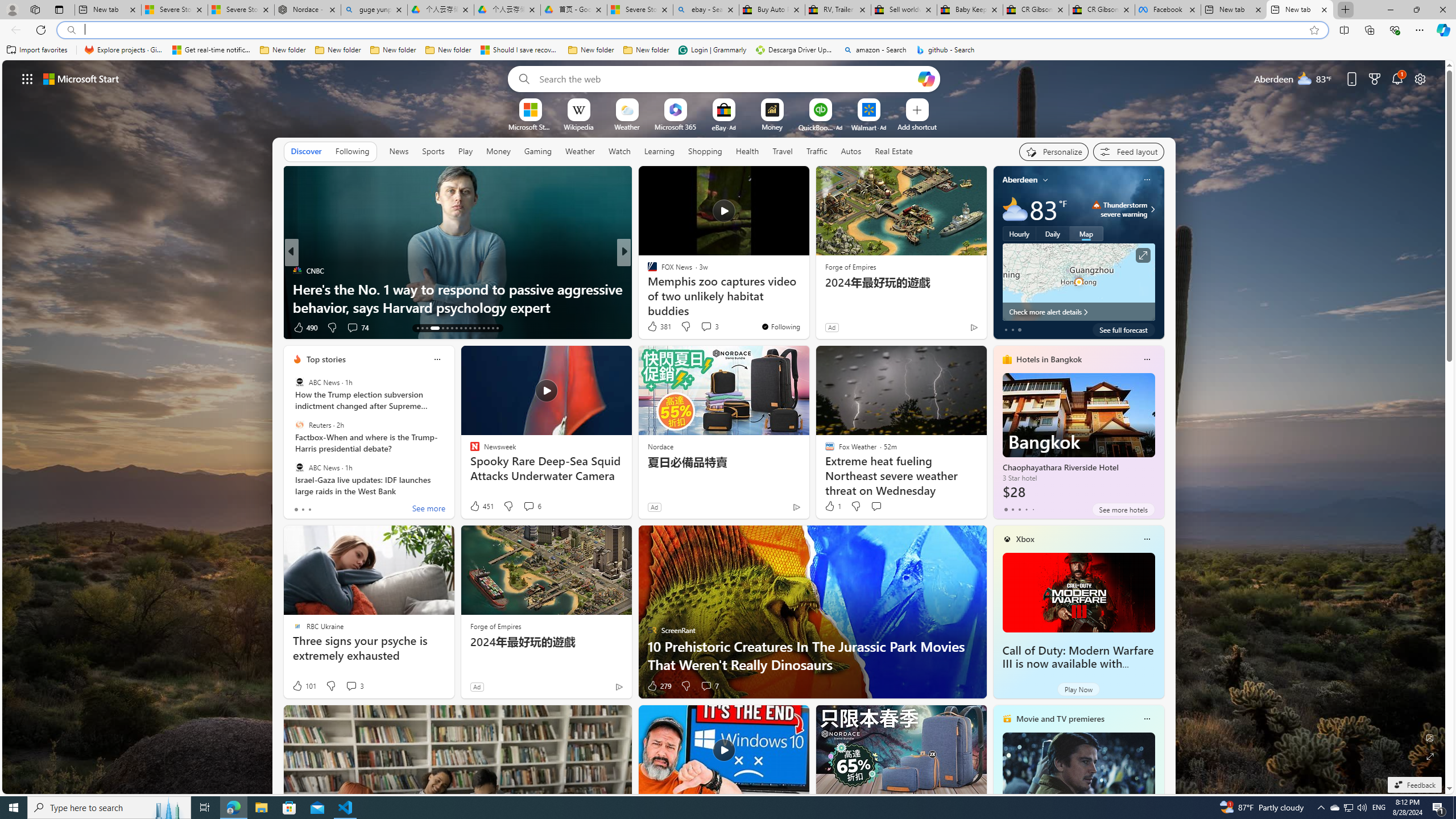 The height and width of the screenshot is (819, 1456). What do you see at coordinates (1430, 756) in the screenshot?
I see `'Expand background'` at bounding box center [1430, 756].